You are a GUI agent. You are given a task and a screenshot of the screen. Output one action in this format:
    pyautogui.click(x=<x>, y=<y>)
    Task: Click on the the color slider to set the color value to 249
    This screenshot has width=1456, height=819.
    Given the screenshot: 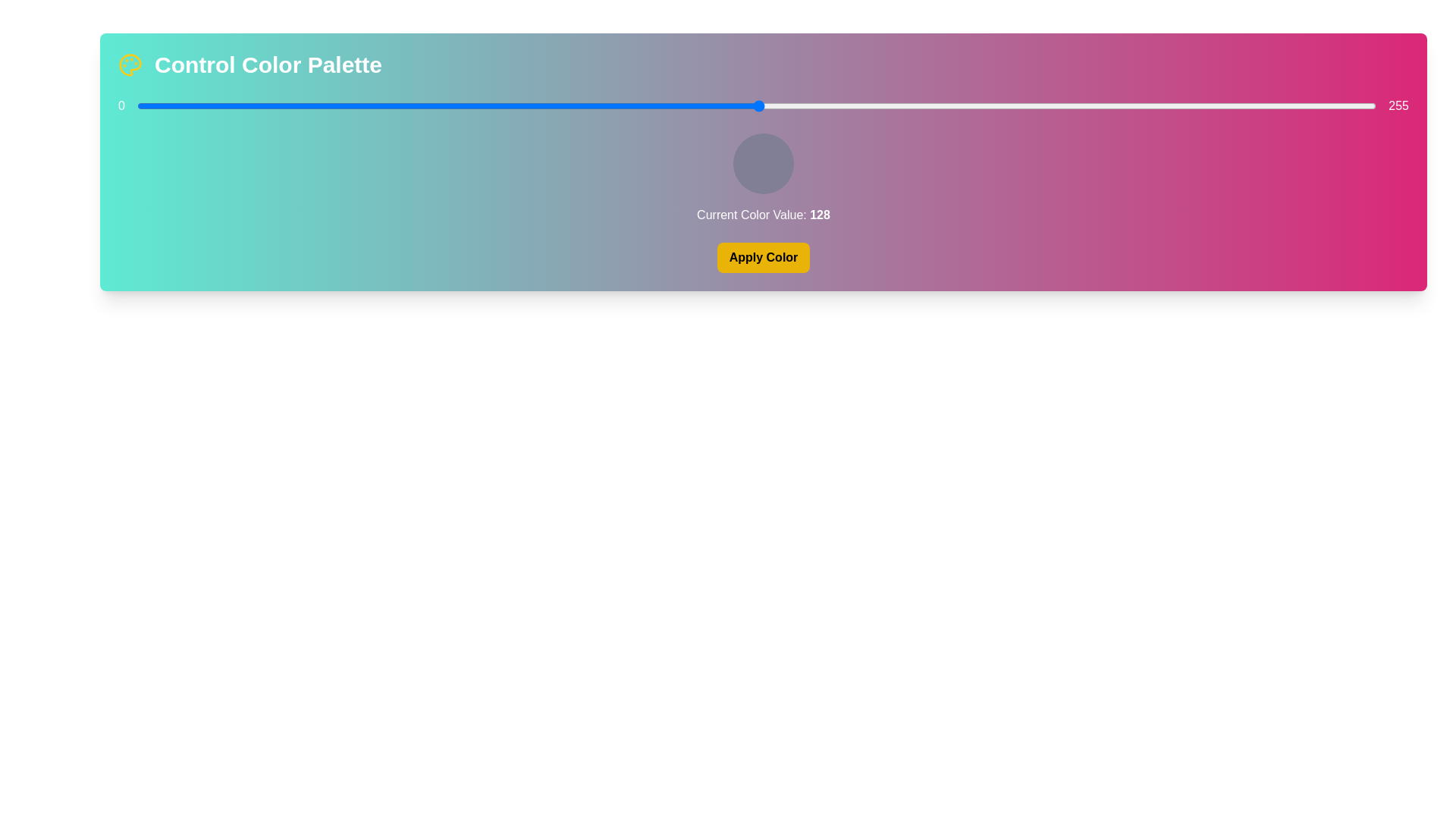 What is the action you would take?
    pyautogui.click(x=1347, y=105)
    